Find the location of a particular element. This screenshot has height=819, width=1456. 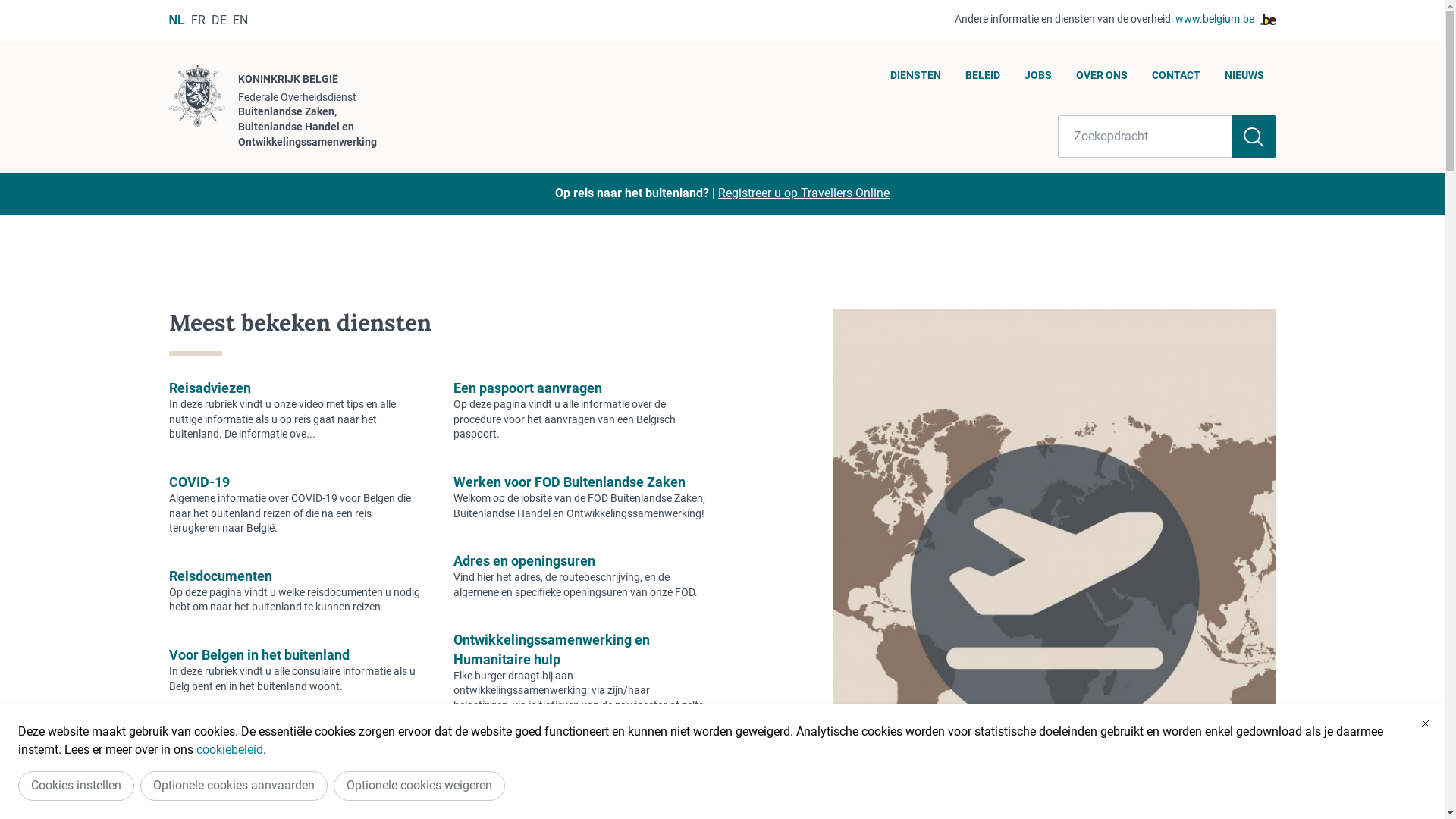

'COVID-19' is located at coordinates (198, 482).